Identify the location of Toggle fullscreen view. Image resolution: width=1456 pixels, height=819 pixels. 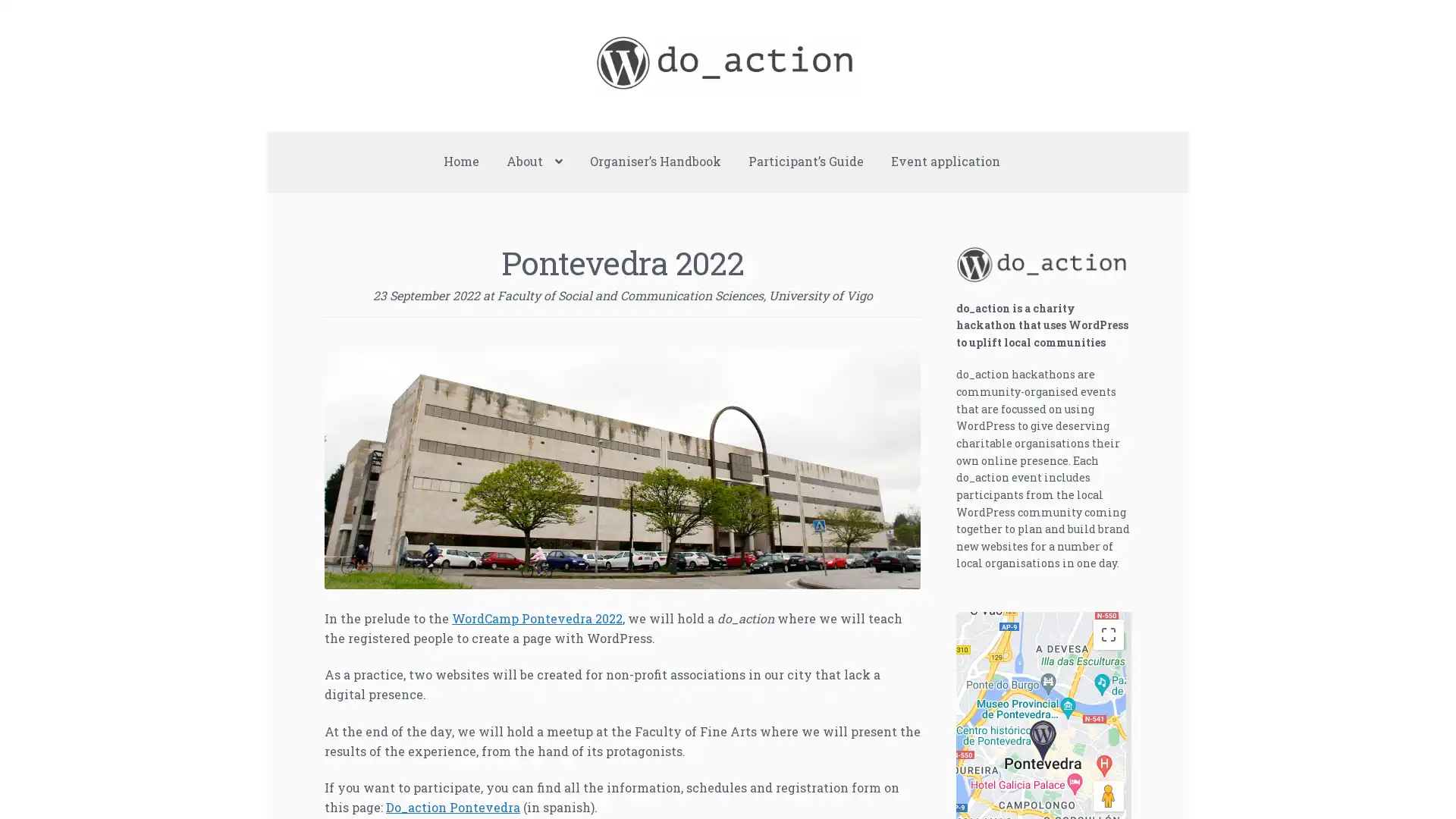
(1107, 634).